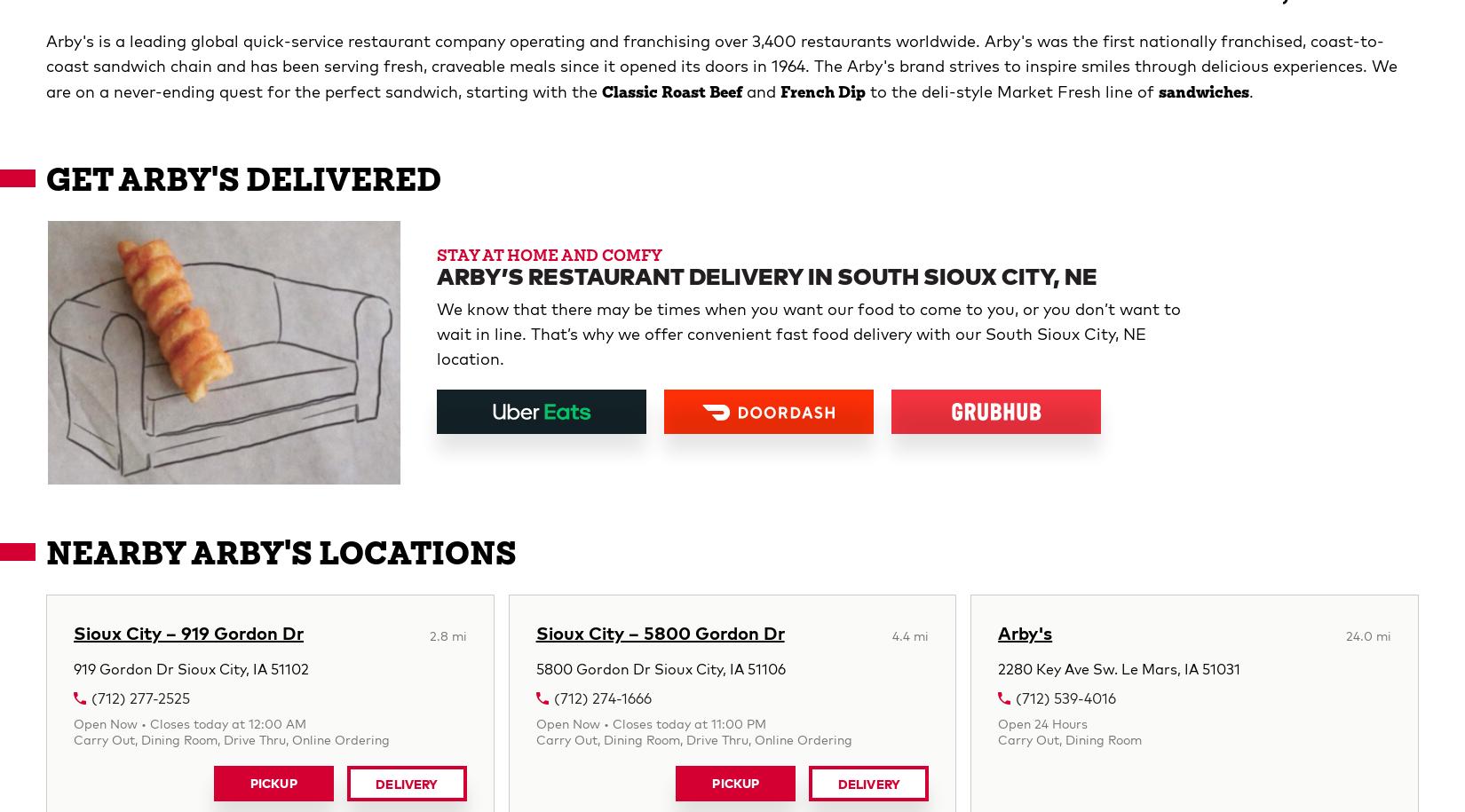  What do you see at coordinates (191, 51) in the screenshot?
I see `'919 Gordon Dr  Sioux City, IA 51102'` at bounding box center [191, 51].